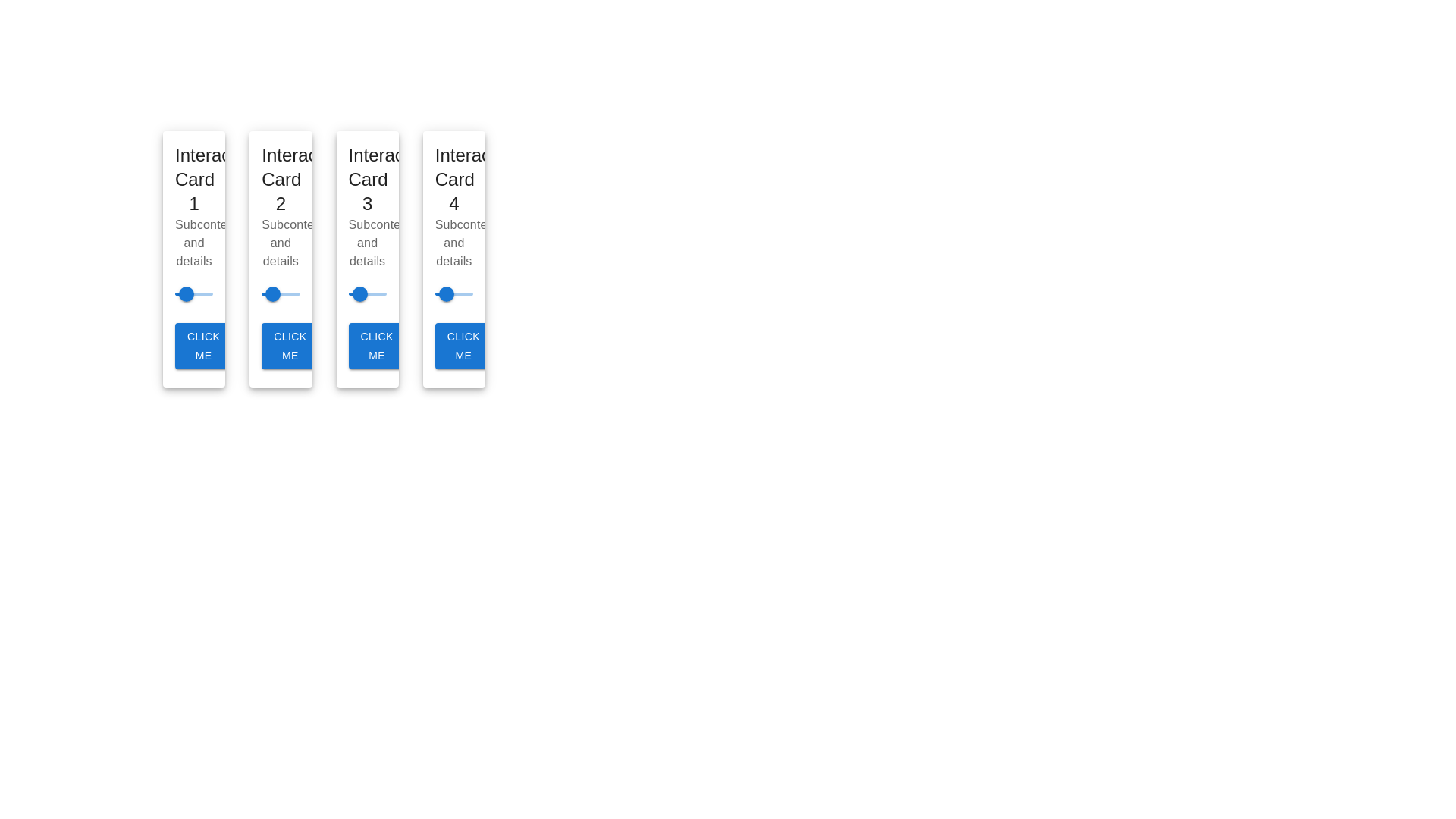  What do you see at coordinates (453, 294) in the screenshot?
I see `the thumb of the slider located in 'Interactive Card 4' above the 'Click Me' button` at bounding box center [453, 294].